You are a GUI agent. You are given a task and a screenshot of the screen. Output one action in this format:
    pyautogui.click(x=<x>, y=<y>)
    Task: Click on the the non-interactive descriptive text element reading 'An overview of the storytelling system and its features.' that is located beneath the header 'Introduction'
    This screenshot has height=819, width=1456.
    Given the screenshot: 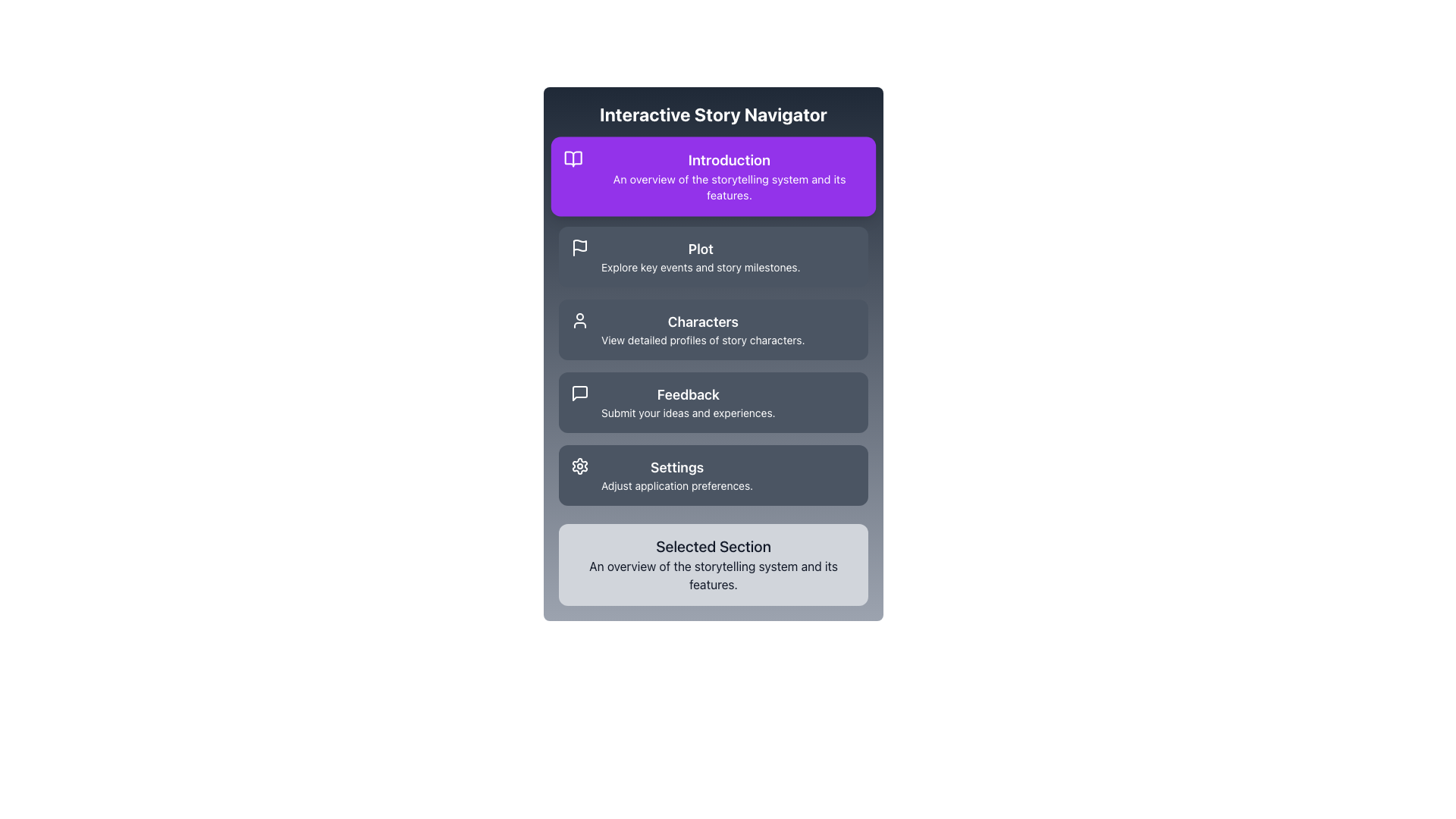 What is the action you would take?
    pyautogui.click(x=729, y=187)
    